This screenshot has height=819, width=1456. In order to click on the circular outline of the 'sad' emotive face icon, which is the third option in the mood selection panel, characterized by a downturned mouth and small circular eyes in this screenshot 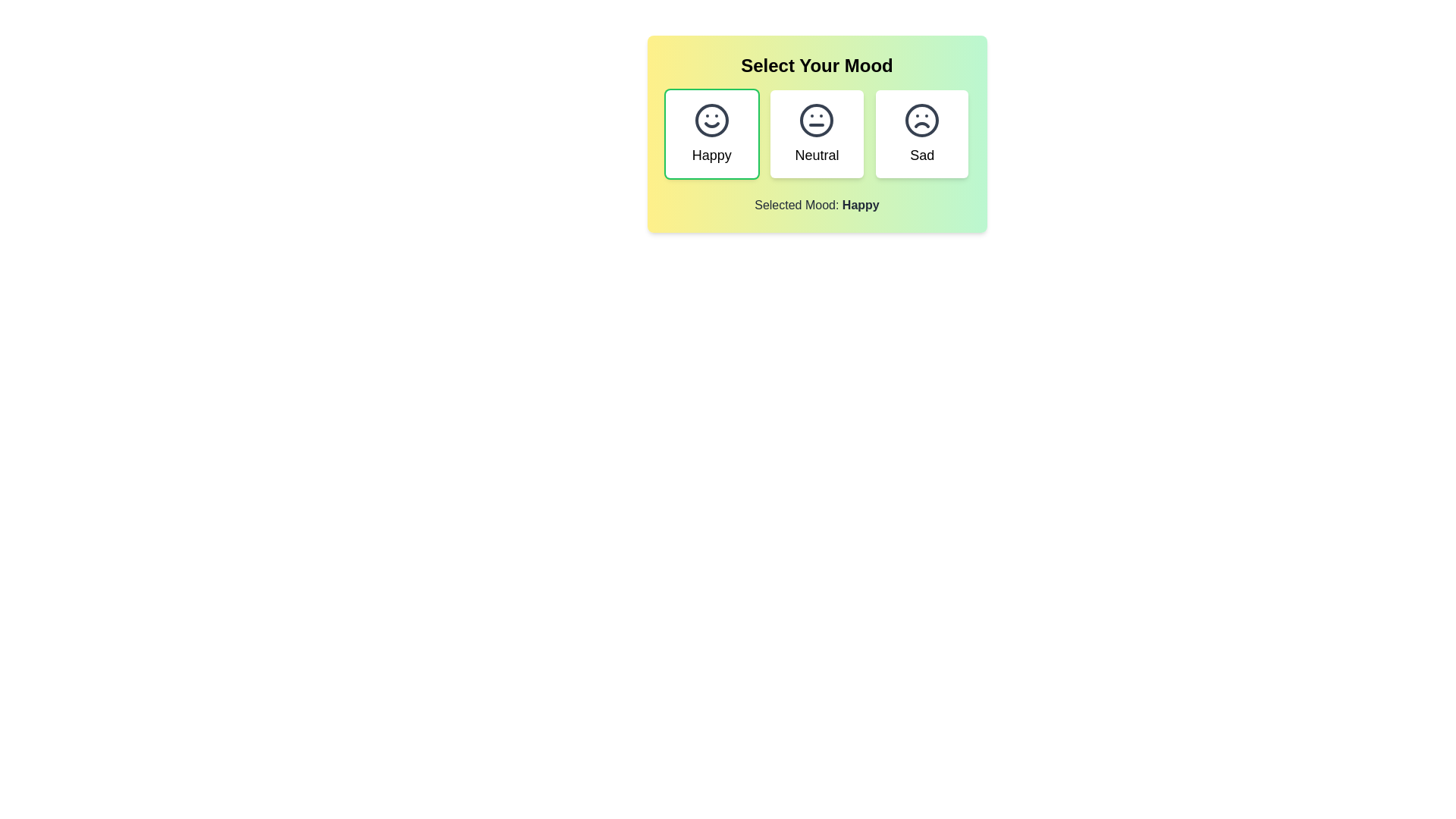, I will do `click(921, 119)`.